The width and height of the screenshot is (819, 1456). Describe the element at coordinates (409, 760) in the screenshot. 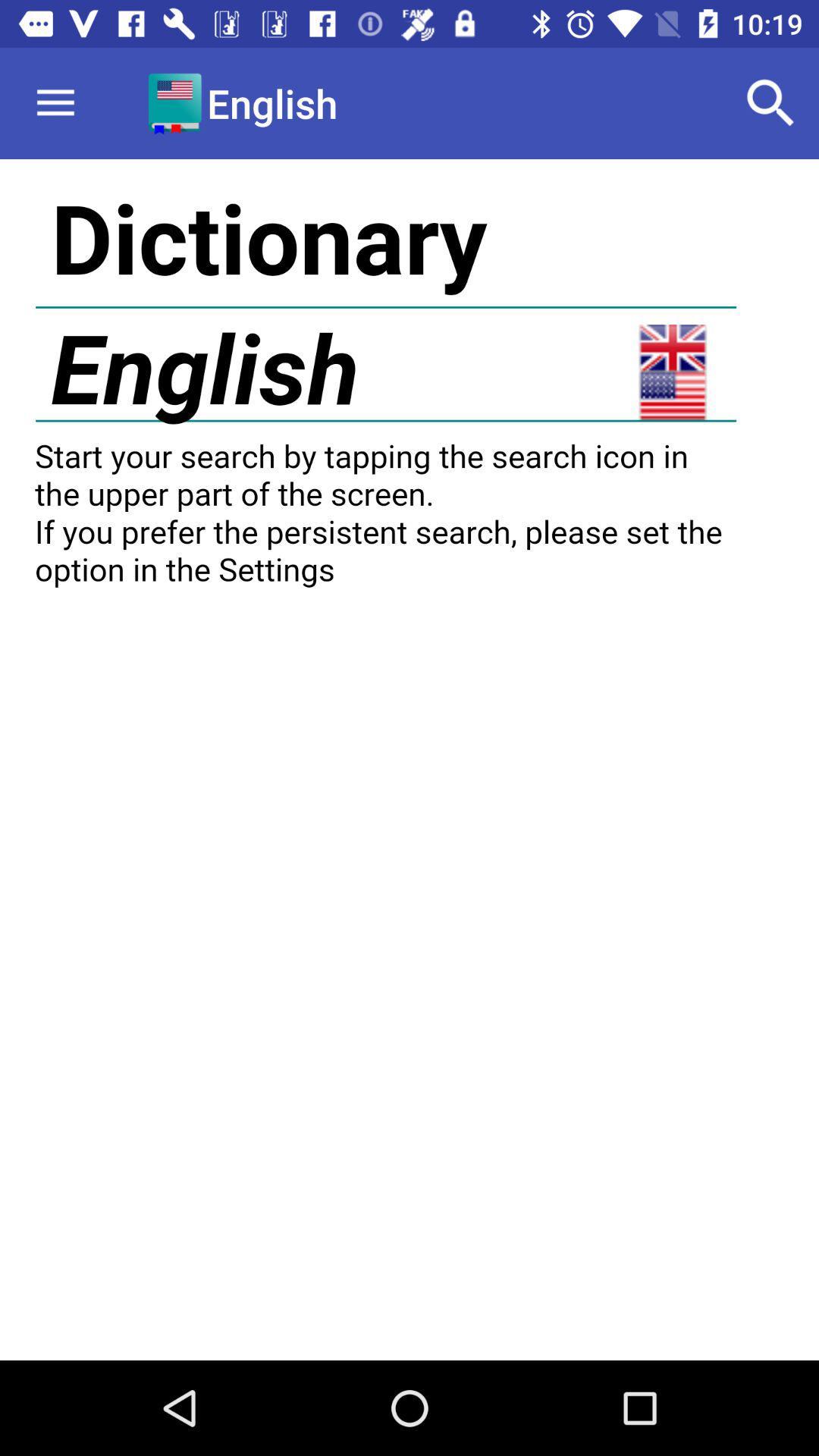

I see `instruction icon` at that location.